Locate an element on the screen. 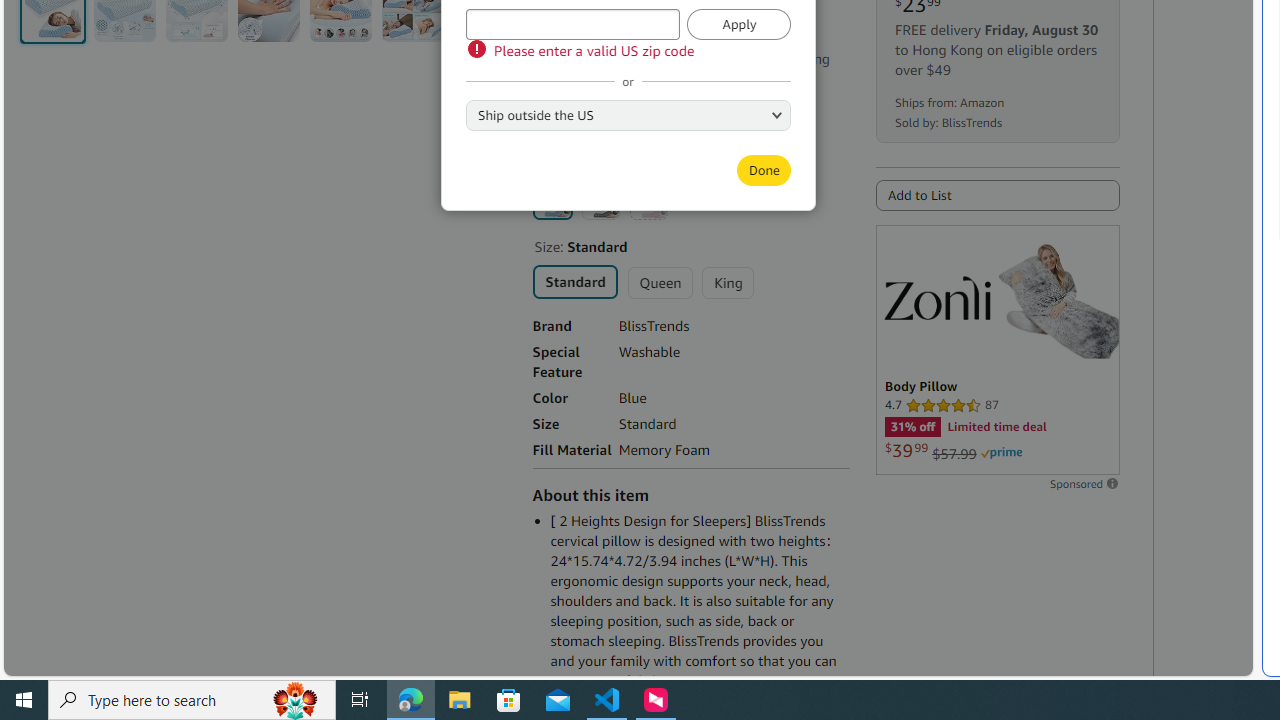  'Shop items' is located at coordinates (576, 126).